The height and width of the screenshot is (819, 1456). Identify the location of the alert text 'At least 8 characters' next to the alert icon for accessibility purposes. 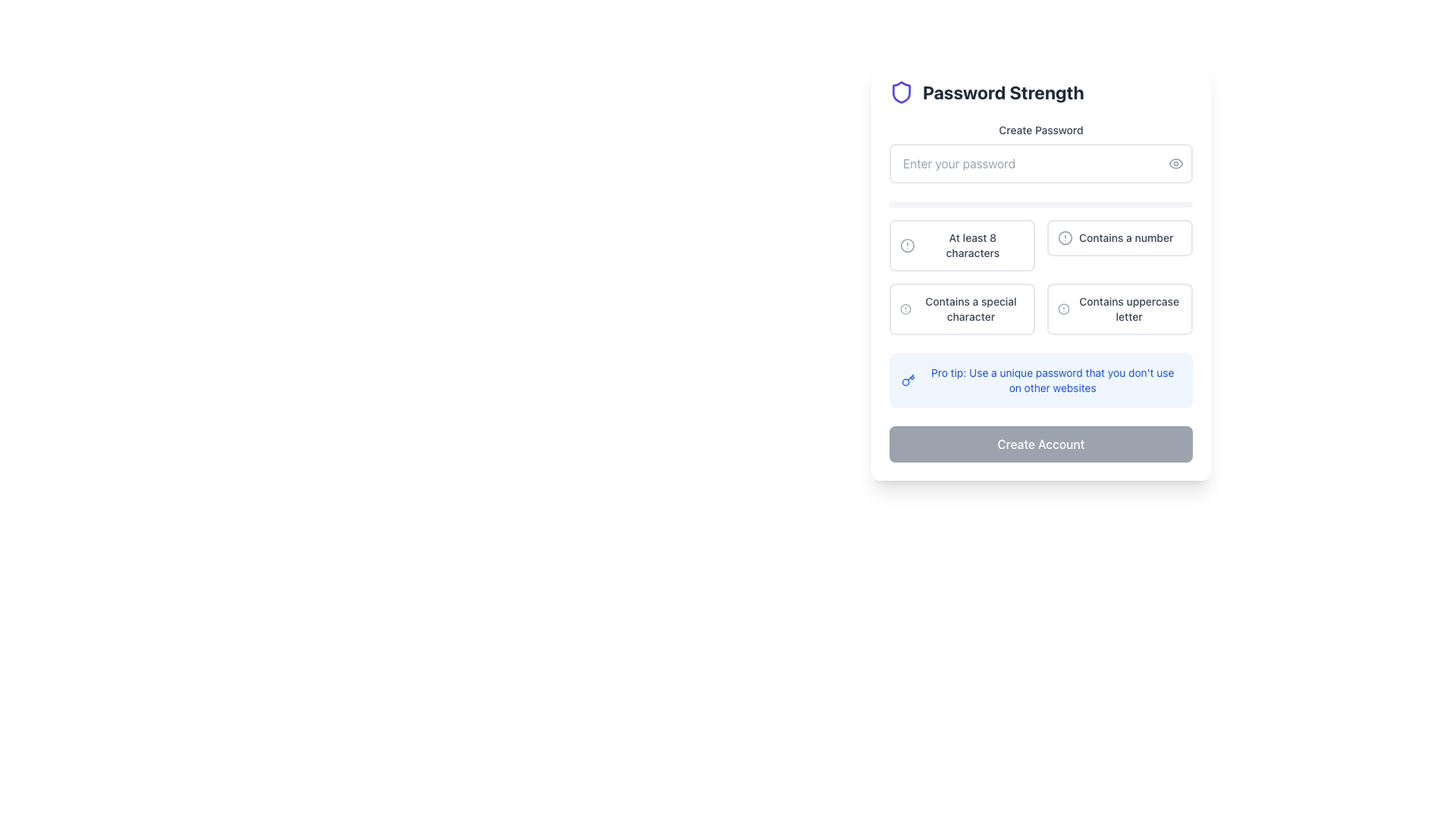
(961, 245).